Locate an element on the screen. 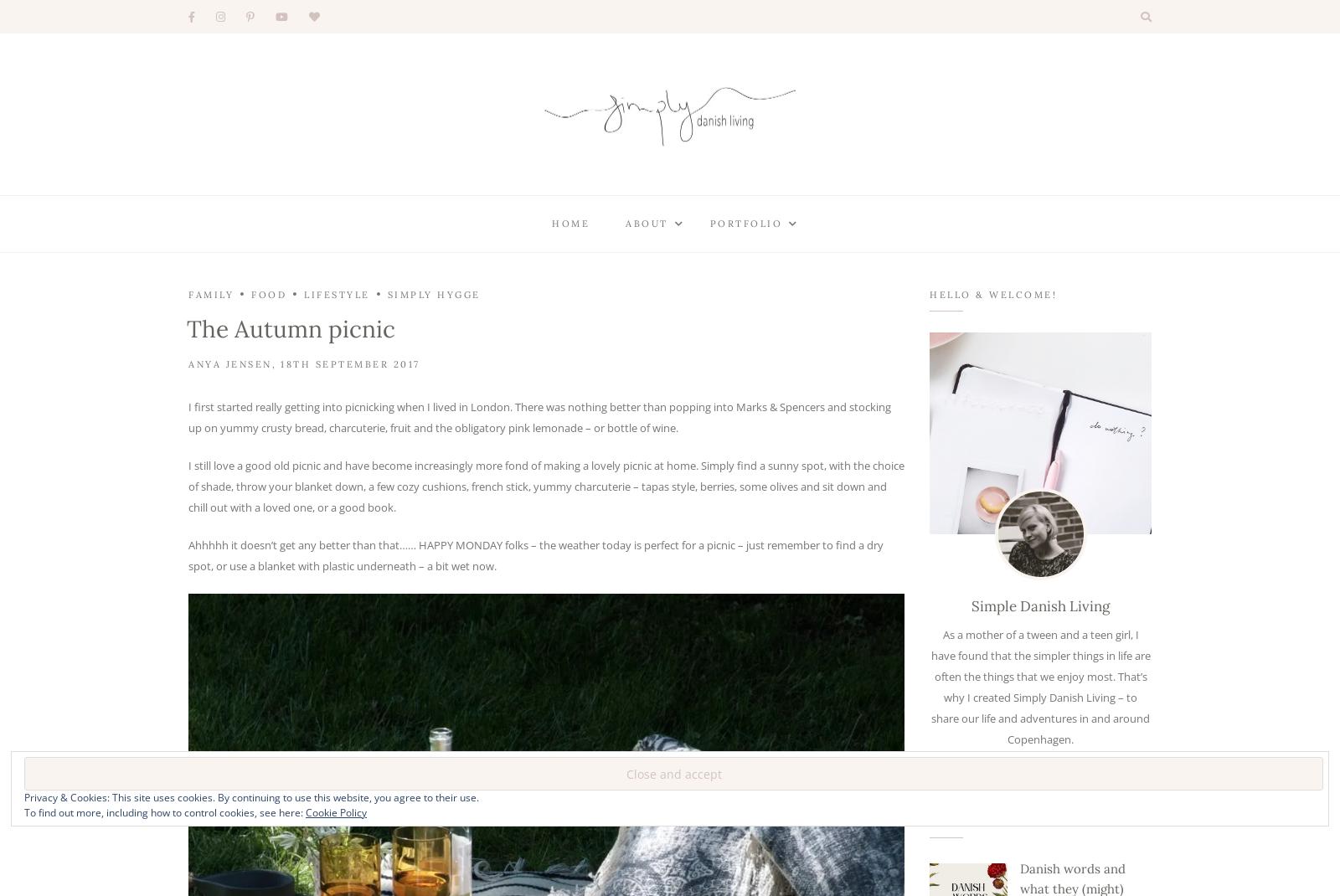 The height and width of the screenshot is (896, 1340). 'Family' is located at coordinates (211, 295).